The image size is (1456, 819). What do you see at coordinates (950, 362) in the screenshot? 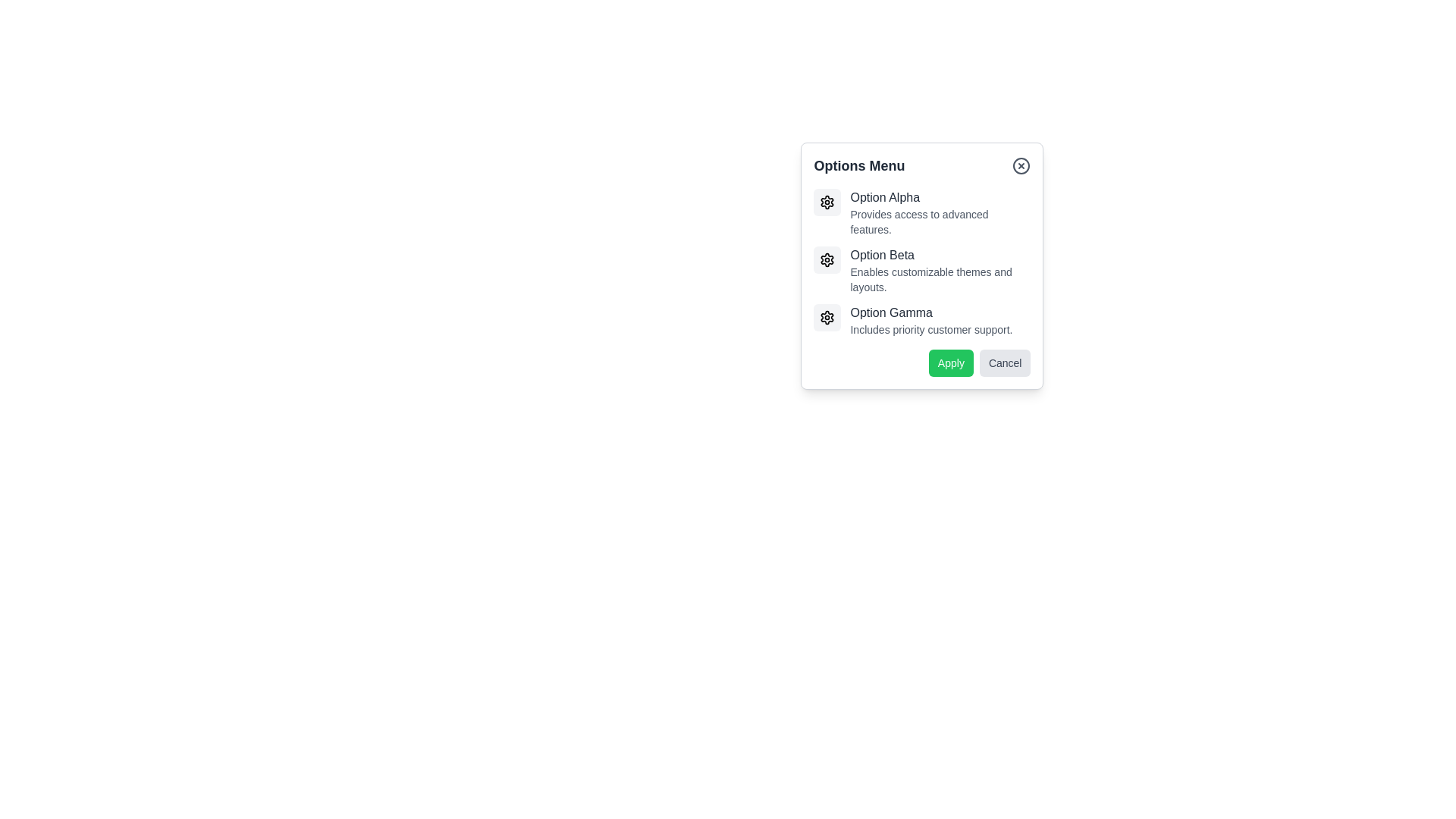
I see `the 'Apply' button located at the bottom right corner of the 'Options Menu' modal dialog box to apply the changes` at bounding box center [950, 362].